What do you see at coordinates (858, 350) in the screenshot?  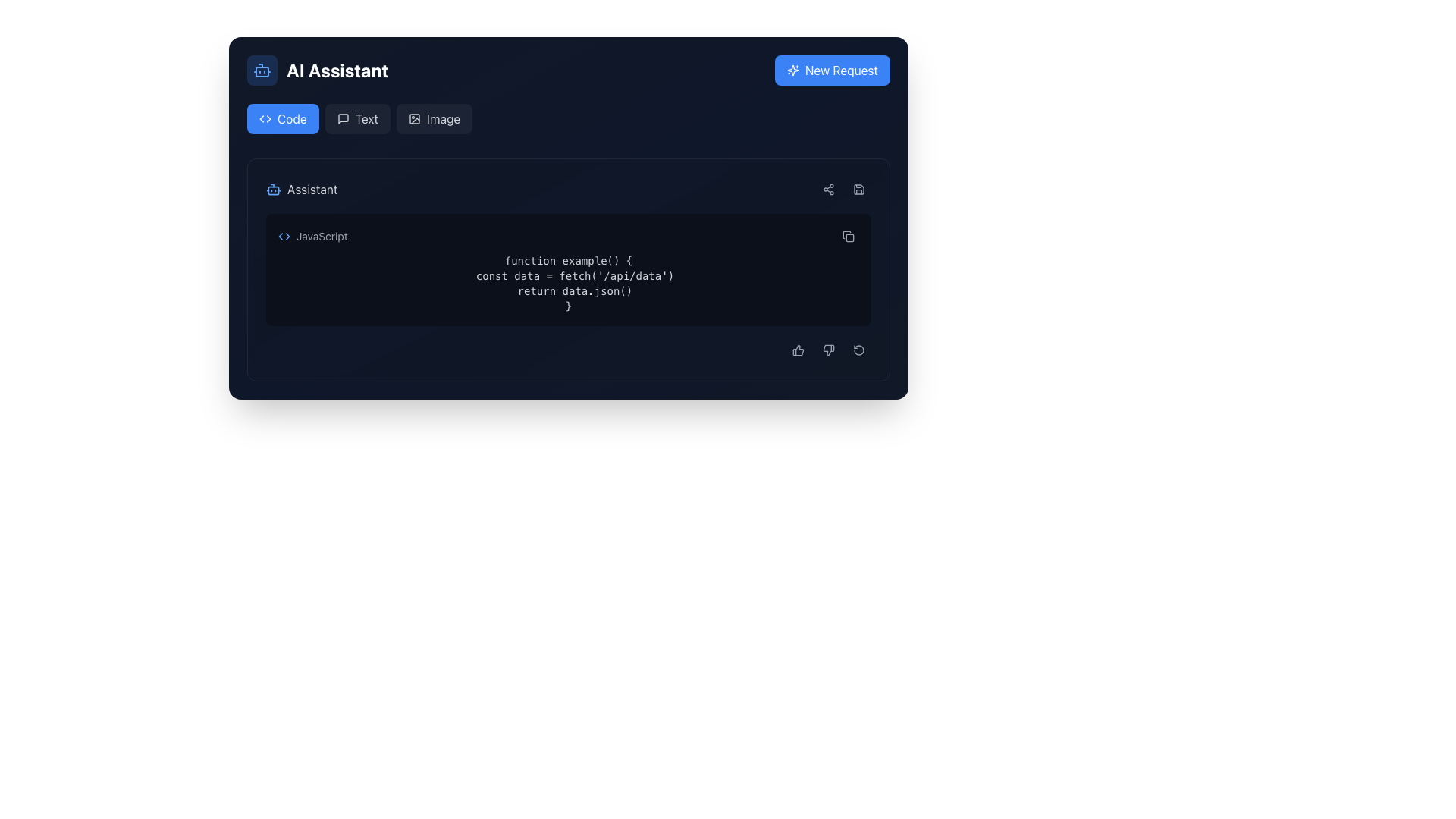 I see `the circular button with a counter-clockwise rotation arrow, located at the bottom right corner of the dark-themed interface` at bounding box center [858, 350].